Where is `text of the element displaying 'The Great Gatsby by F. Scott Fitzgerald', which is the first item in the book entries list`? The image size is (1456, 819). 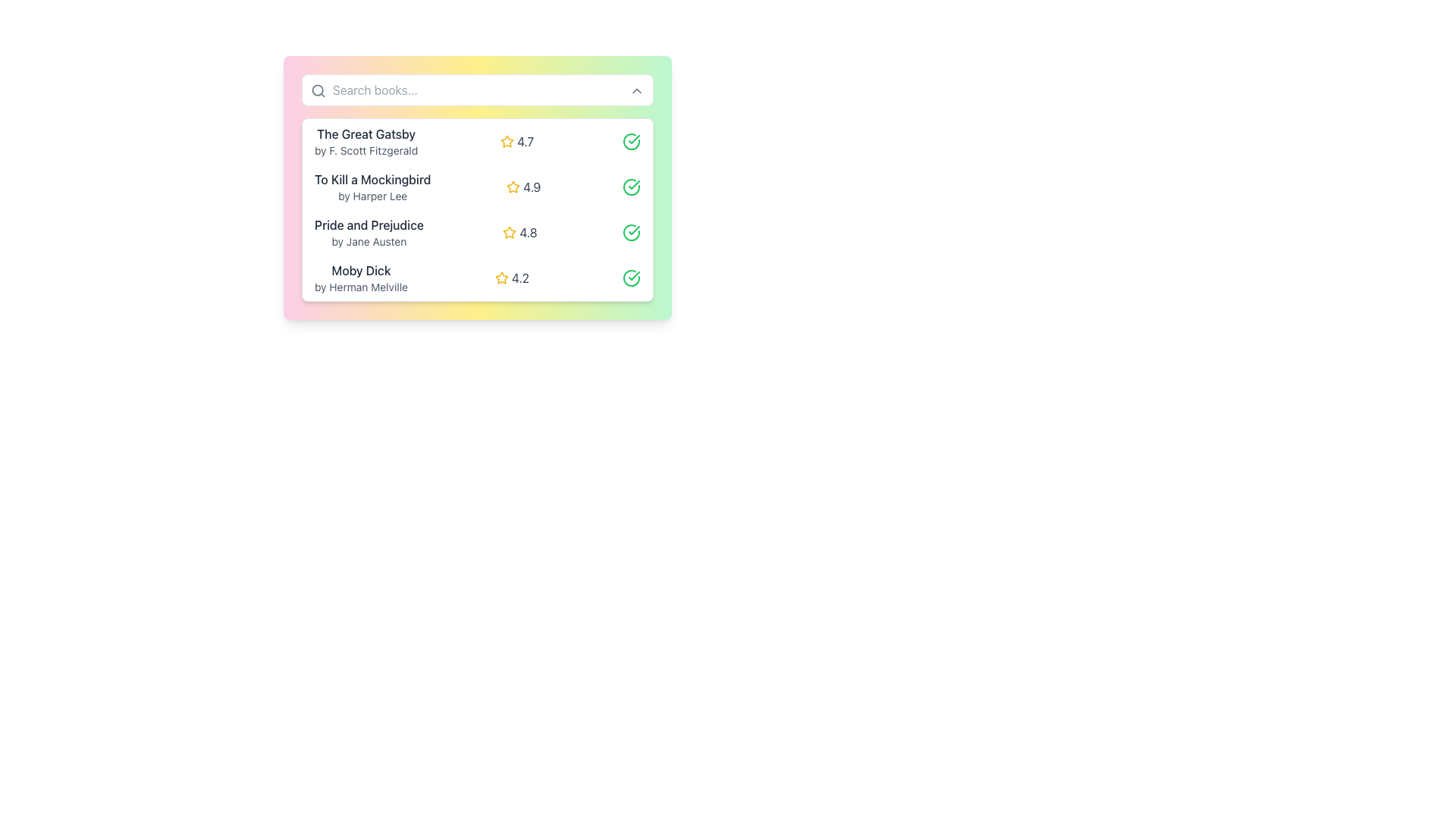
text of the element displaying 'The Great Gatsby by F. Scott Fitzgerald', which is the first item in the book entries list is located at coordinates (366, 141).